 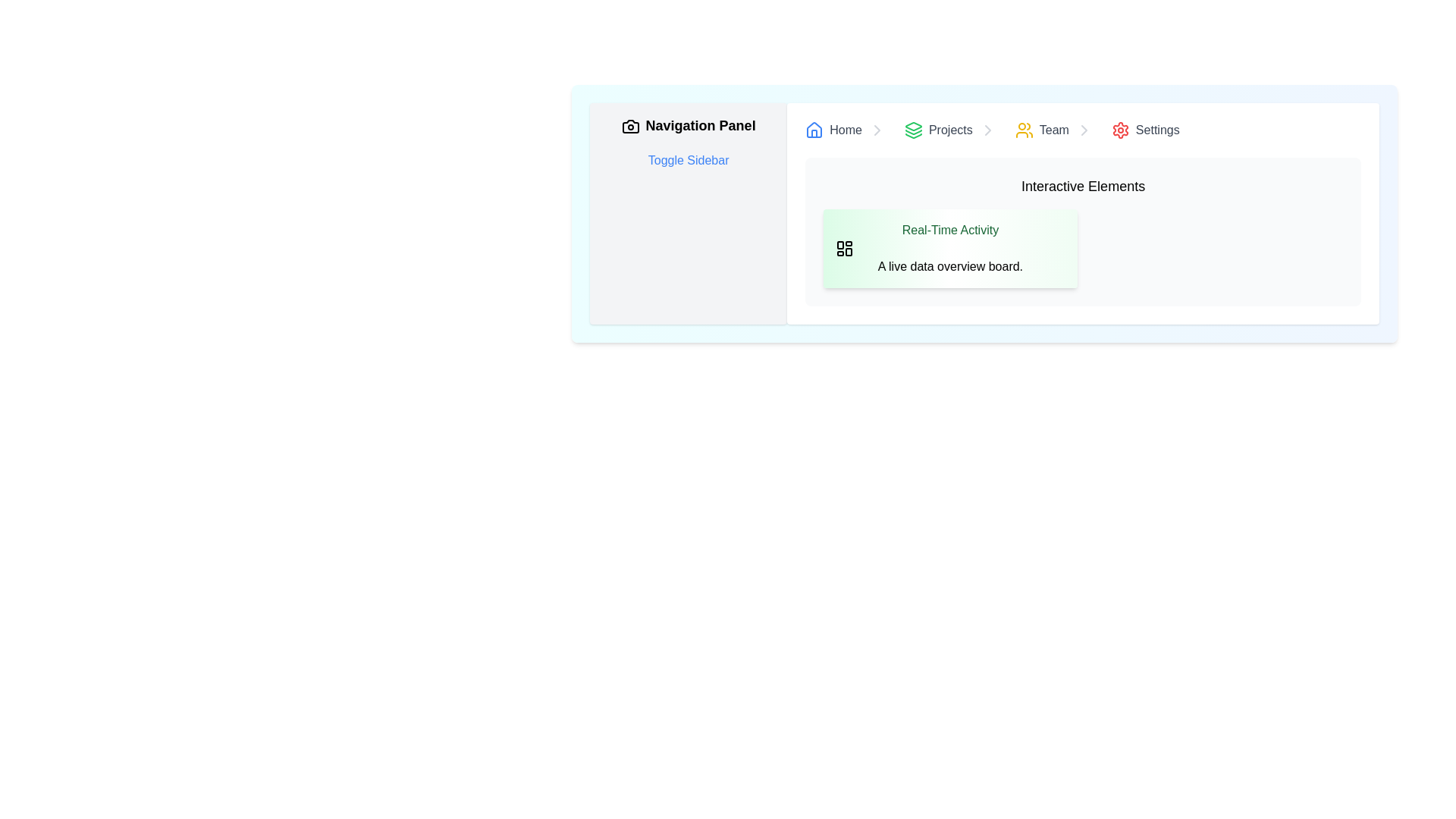 What do you see at coordinates (687, 213) in the screenshot?
I see `the 'Toggle Sidebar' hyperlink located within the 'Navigation Panel' on the leftmost side of the interface` at bounding box center [687, 213].